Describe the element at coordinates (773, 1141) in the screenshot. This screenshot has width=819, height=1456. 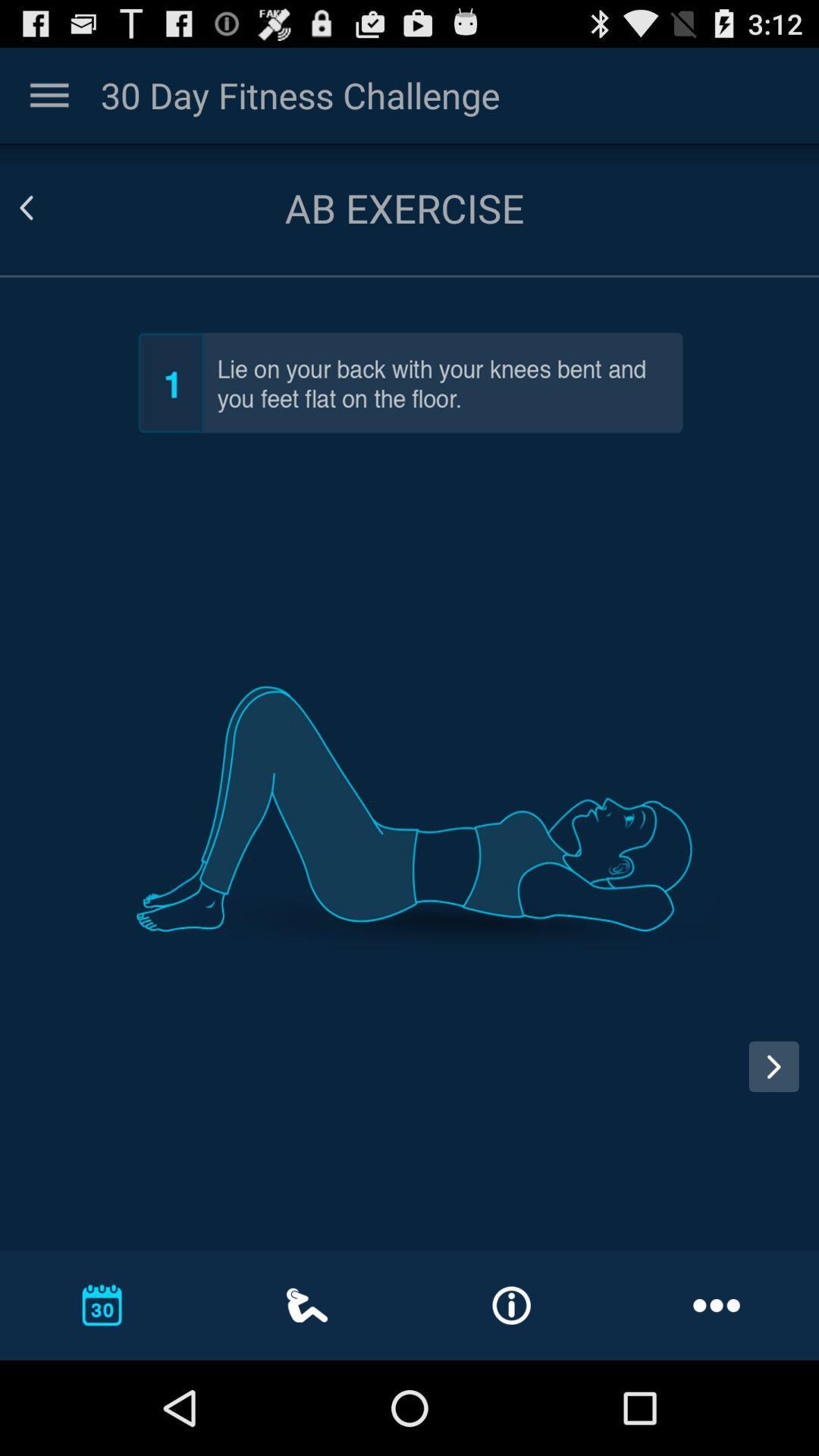
I see `the arrow_forward icon` at that location.